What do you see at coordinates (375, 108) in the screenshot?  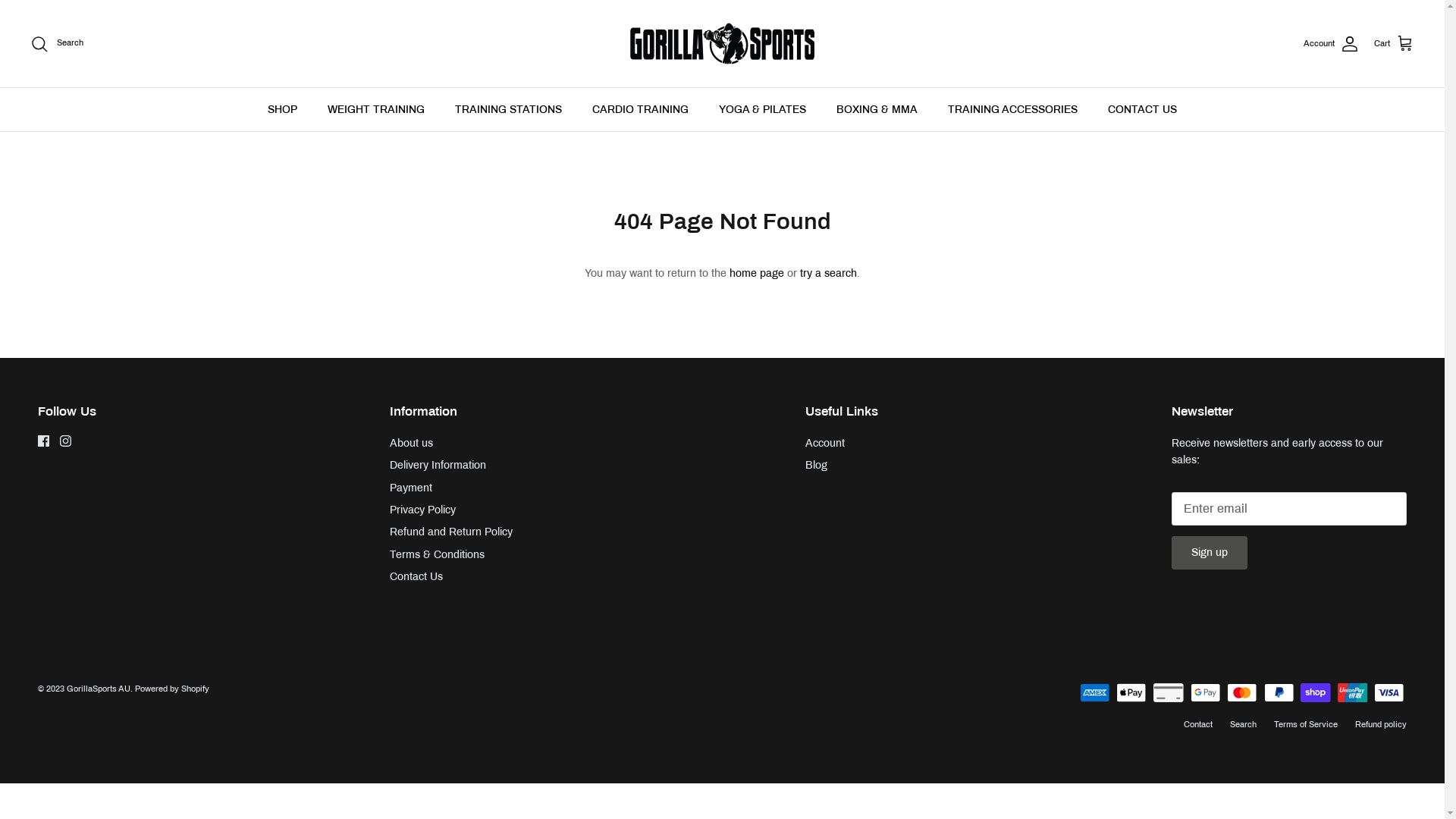 I see `'WEIGHT TRAINING'` at bounding box center [375, 108].